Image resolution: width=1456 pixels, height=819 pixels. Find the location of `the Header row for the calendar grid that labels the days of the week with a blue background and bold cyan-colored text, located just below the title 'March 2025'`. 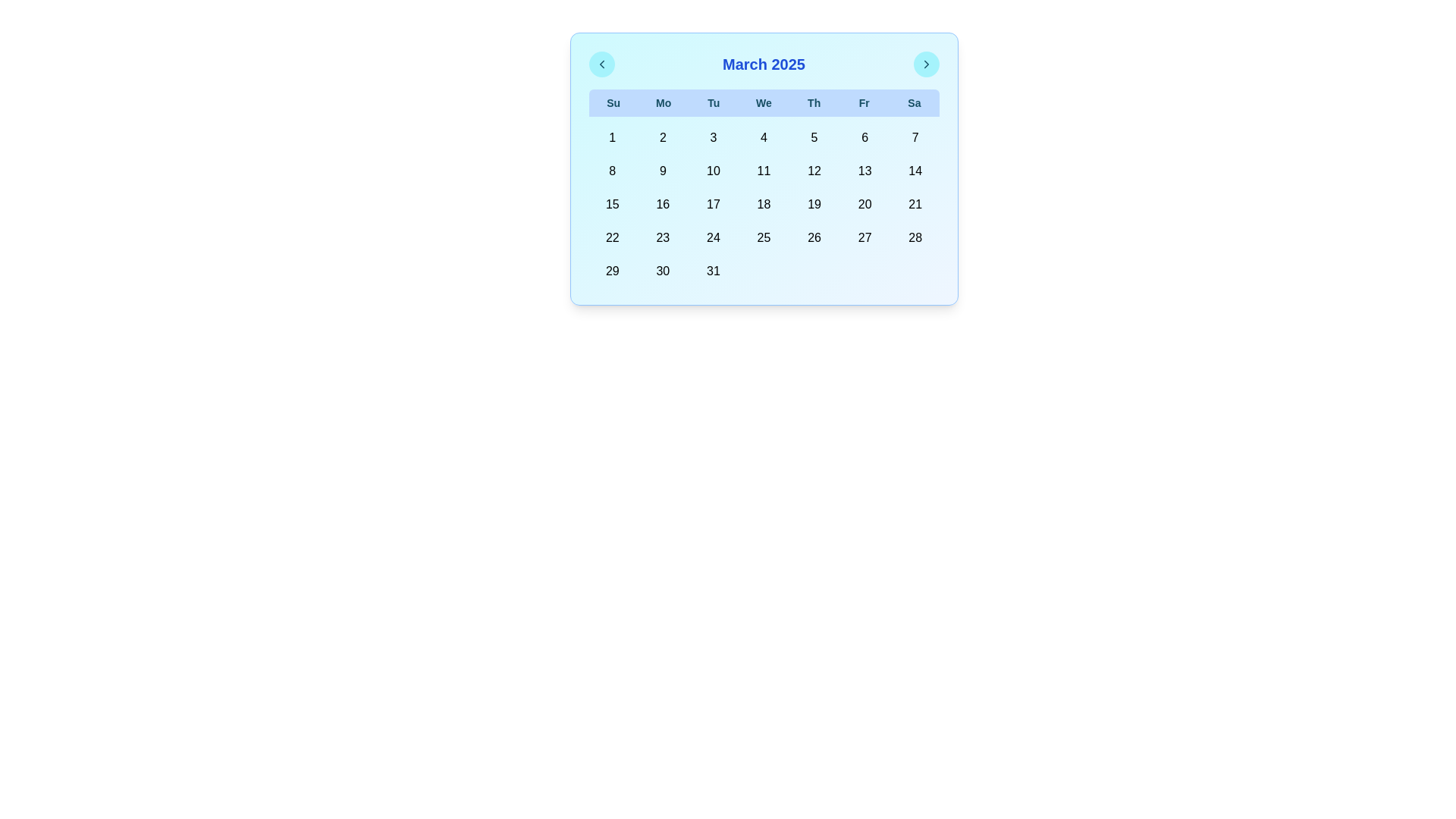

the Header row for the calendar grid that labels the days of the week with a blue background and bold cyan-colored text, located just below the title 'March 2025' is located at coordinates (764, 102).